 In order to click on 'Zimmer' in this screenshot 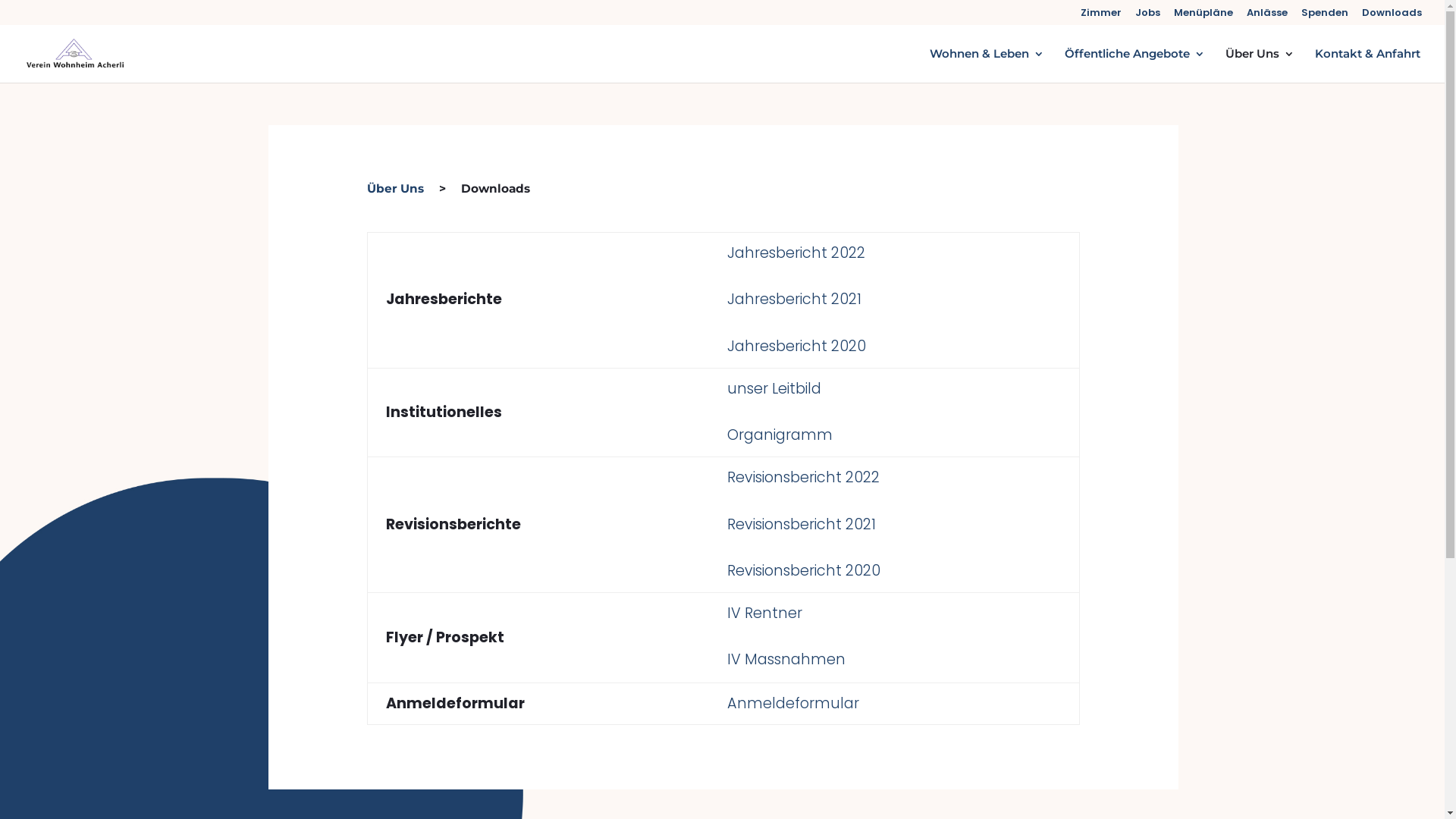, I will do `click(1100, 16)`.